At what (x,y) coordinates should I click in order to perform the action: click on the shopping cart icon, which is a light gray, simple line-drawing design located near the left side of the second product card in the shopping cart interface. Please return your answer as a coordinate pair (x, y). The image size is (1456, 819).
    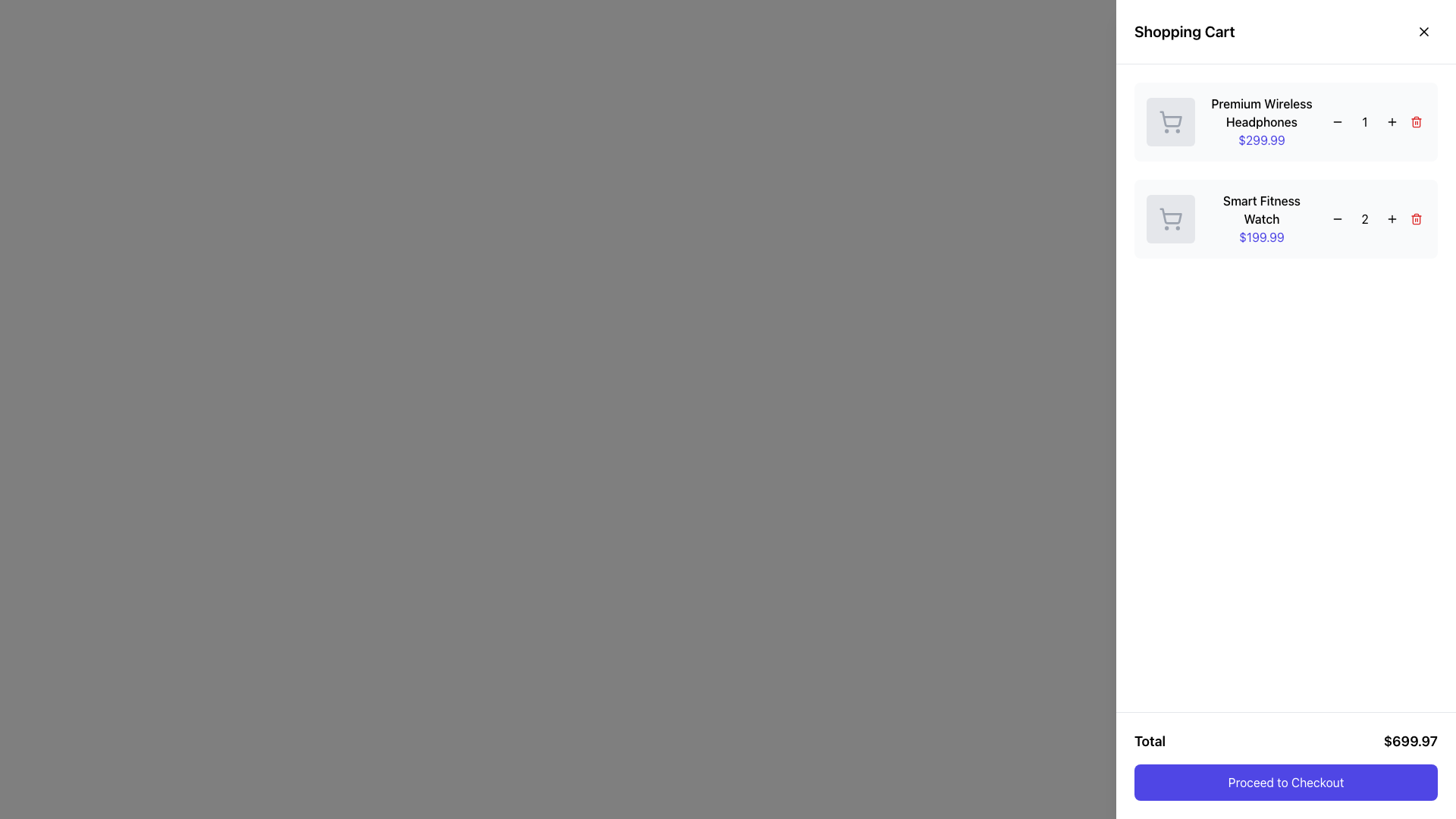
    Looking at the image, I should click on (1170, 219).